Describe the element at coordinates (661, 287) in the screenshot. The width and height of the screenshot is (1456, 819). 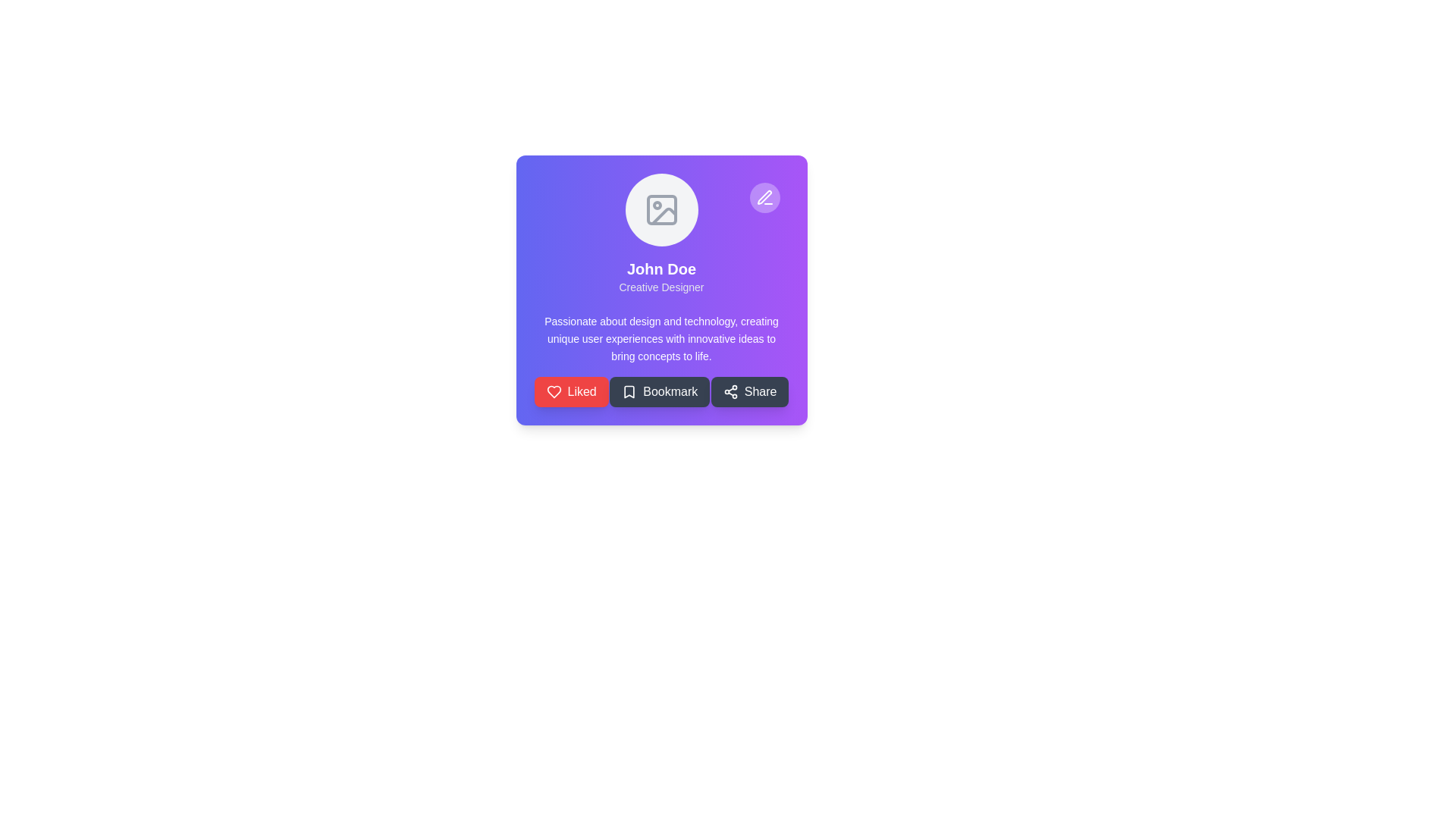
I see `the Text label indicating the user's role as 'Creative Designer'` at that location.